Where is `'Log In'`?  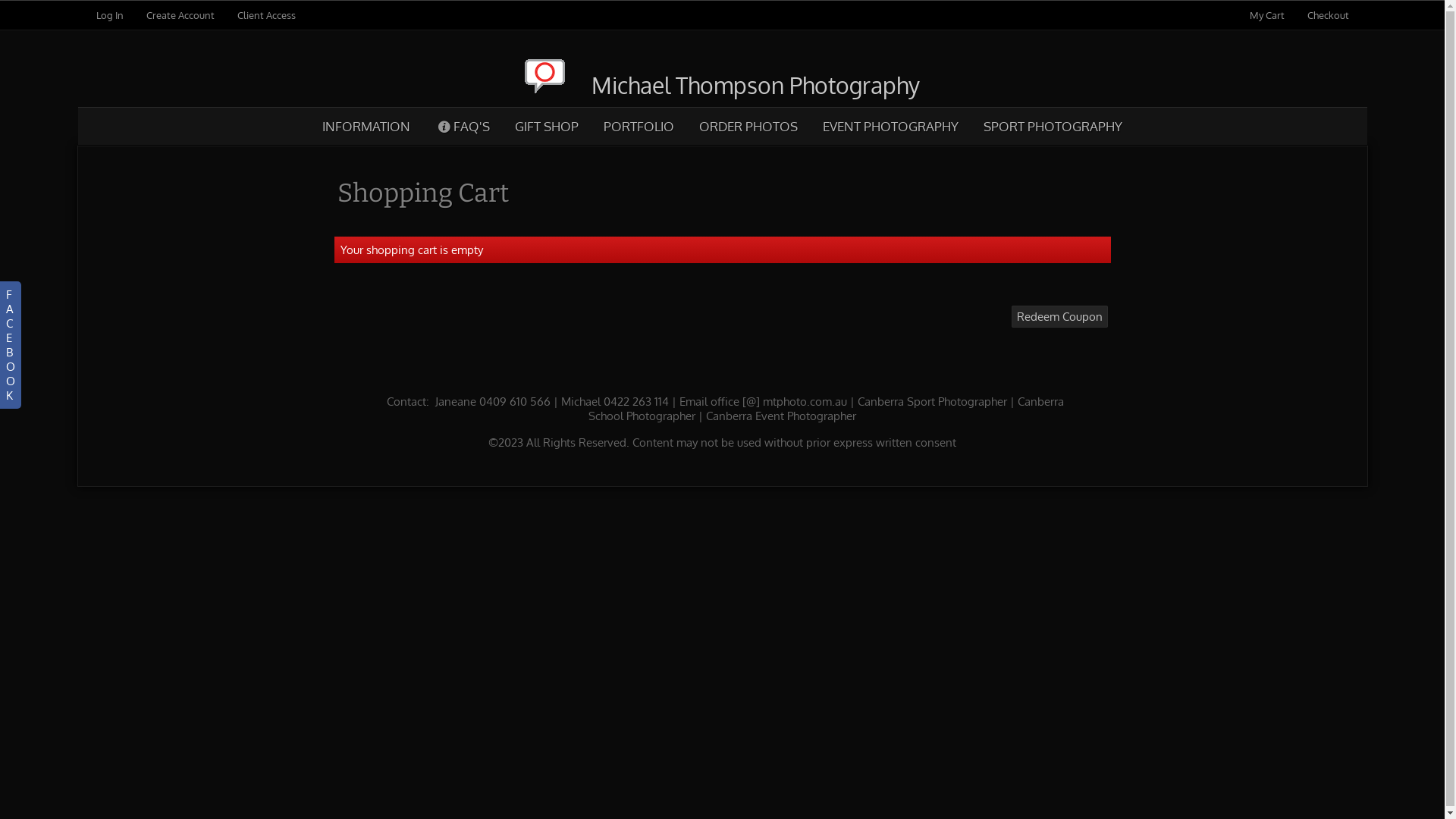 'Log In' is located at coordinates (108, 14).